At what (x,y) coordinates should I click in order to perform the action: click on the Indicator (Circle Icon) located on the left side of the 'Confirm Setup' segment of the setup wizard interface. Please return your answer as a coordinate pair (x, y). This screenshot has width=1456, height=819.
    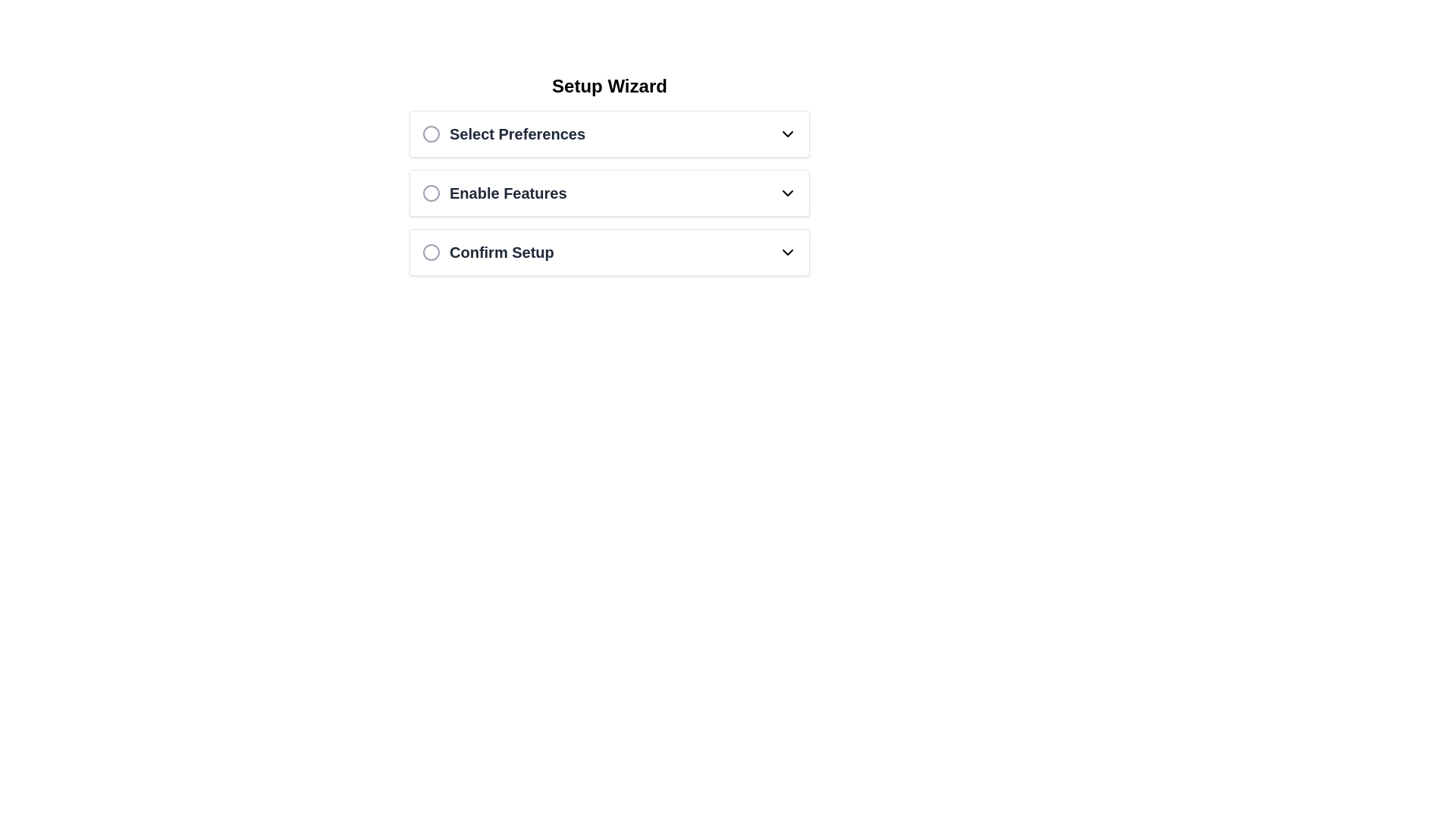
    Looking at the image, I should click on (431, 251).